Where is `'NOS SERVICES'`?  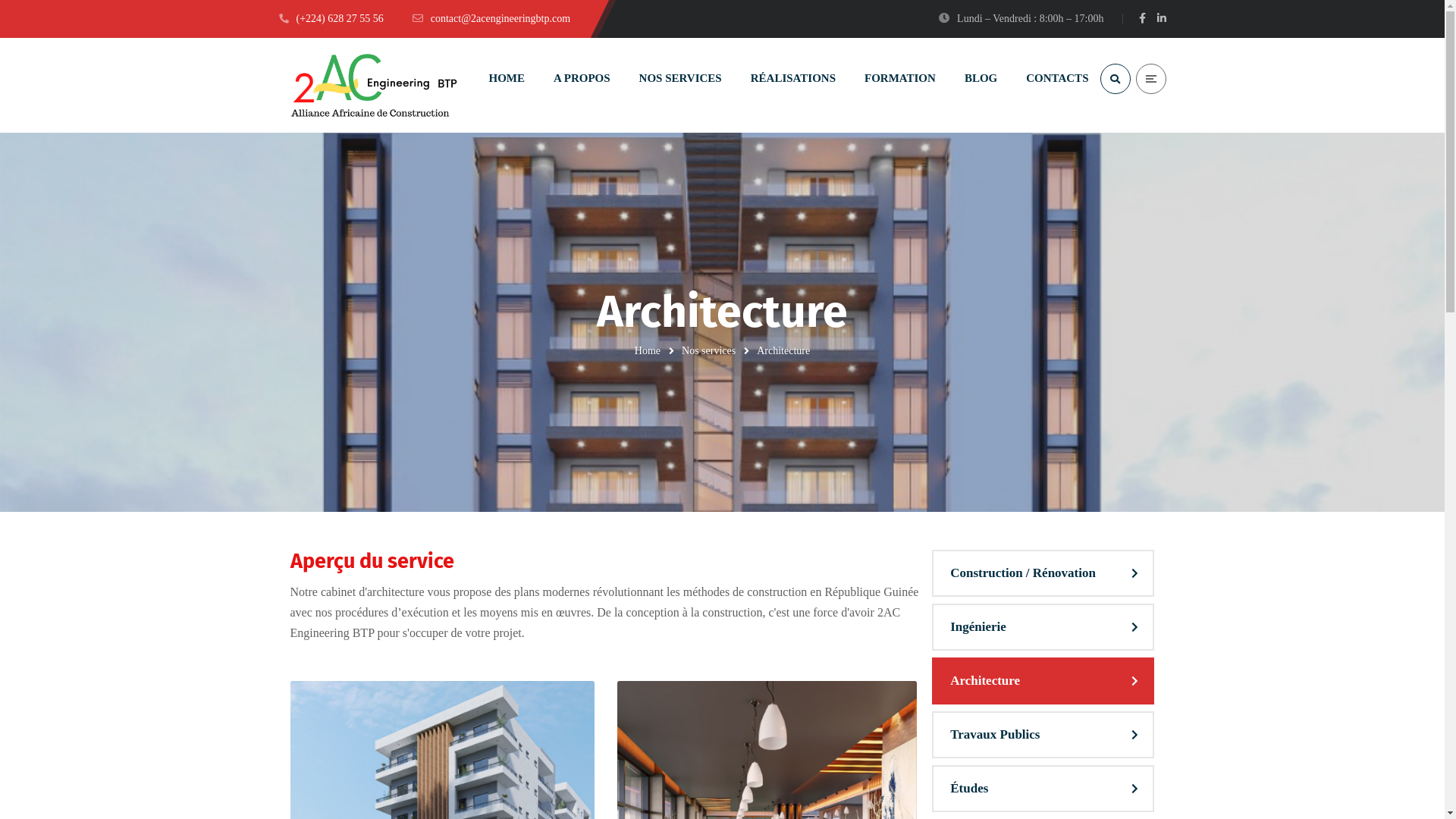
'NOS SERVICES' is located at coordinates (639, 78).